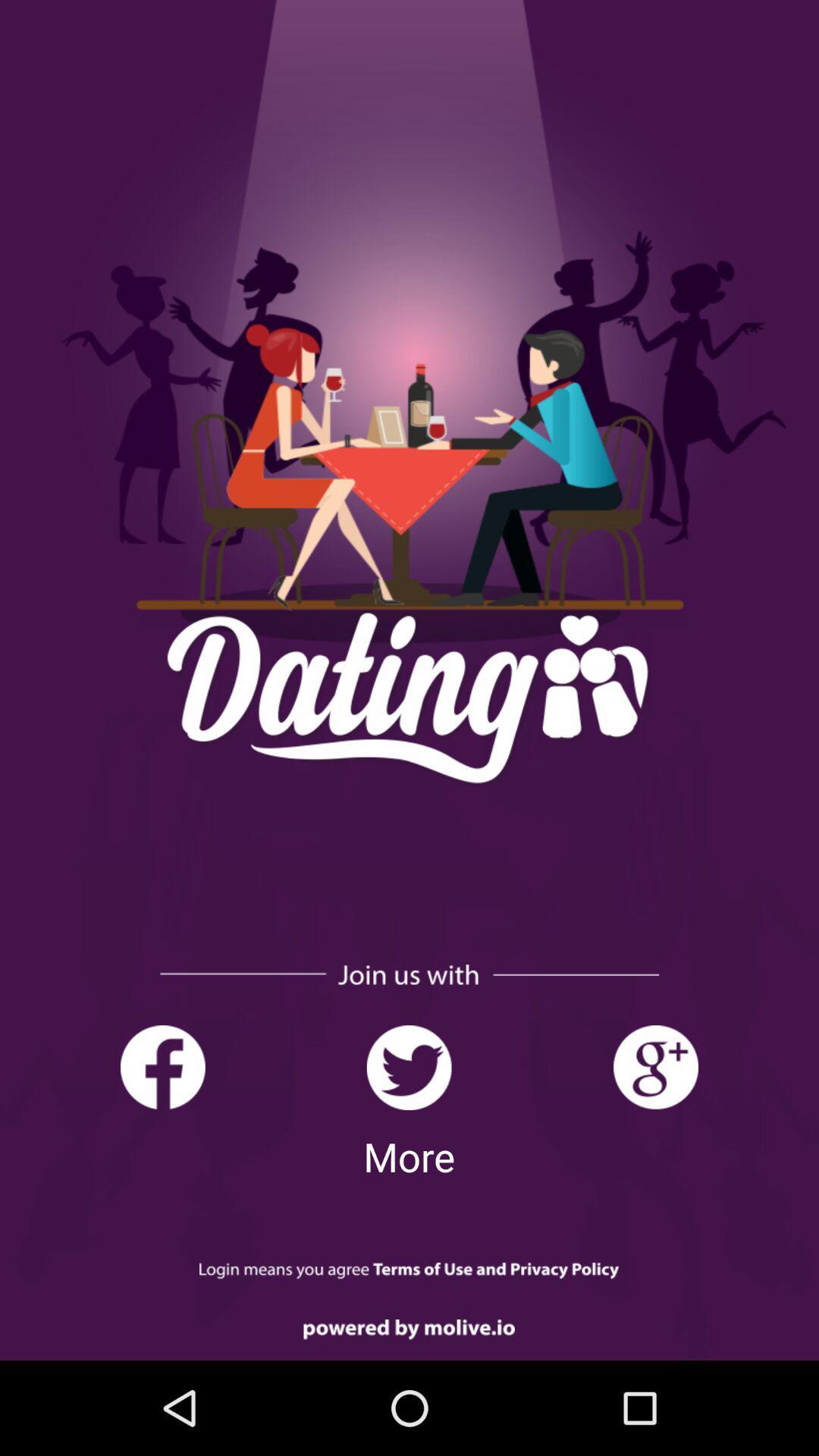 The width and height of the screenshot is (819, 1456). Describe the element at coordinates (162, 1067) in the screenshot. I see `facebook page` at that location.